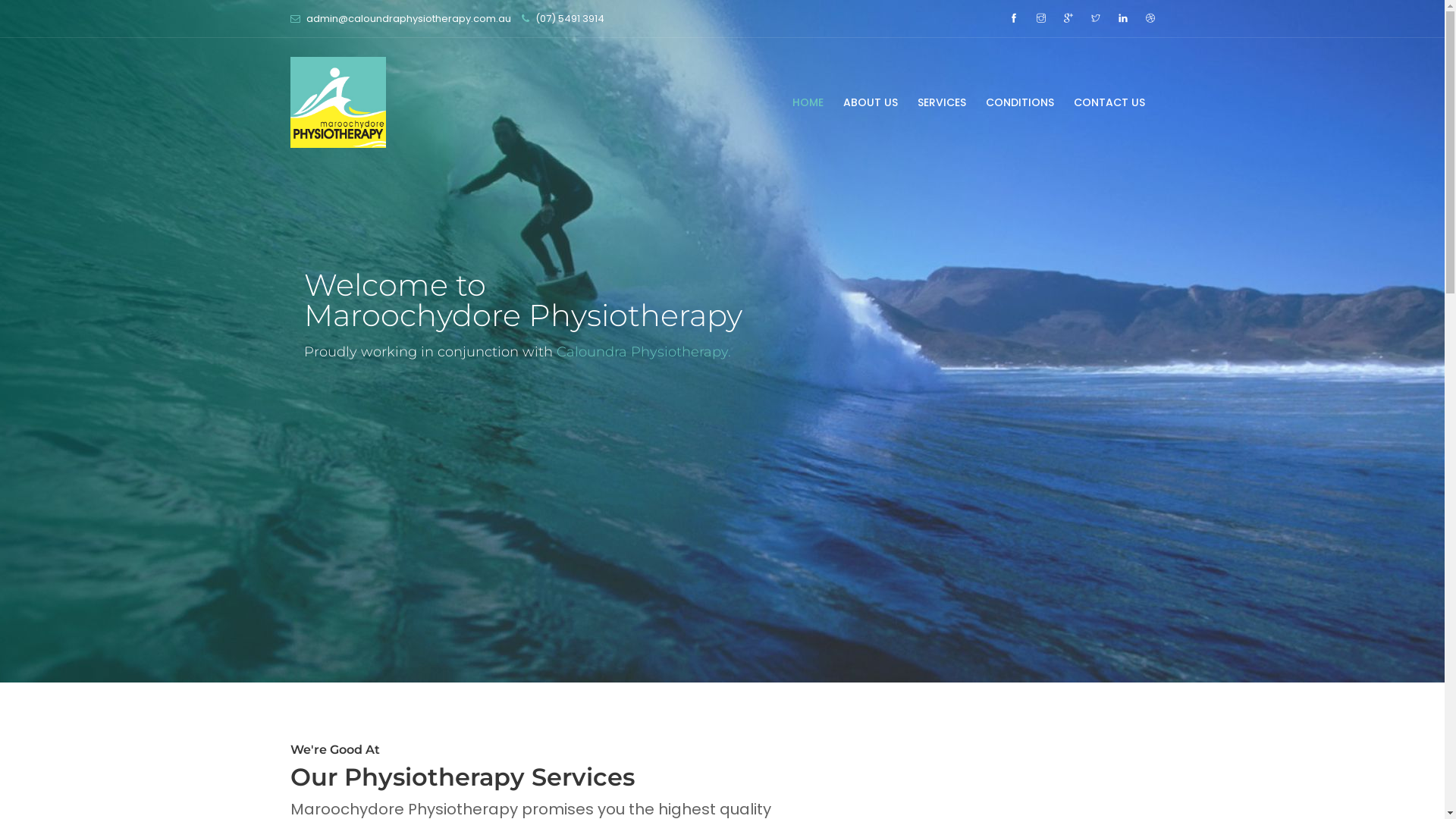 The width and height of the screenshot is (1456, 819). I want to click on 'ABOUT US', so click(870, 102).